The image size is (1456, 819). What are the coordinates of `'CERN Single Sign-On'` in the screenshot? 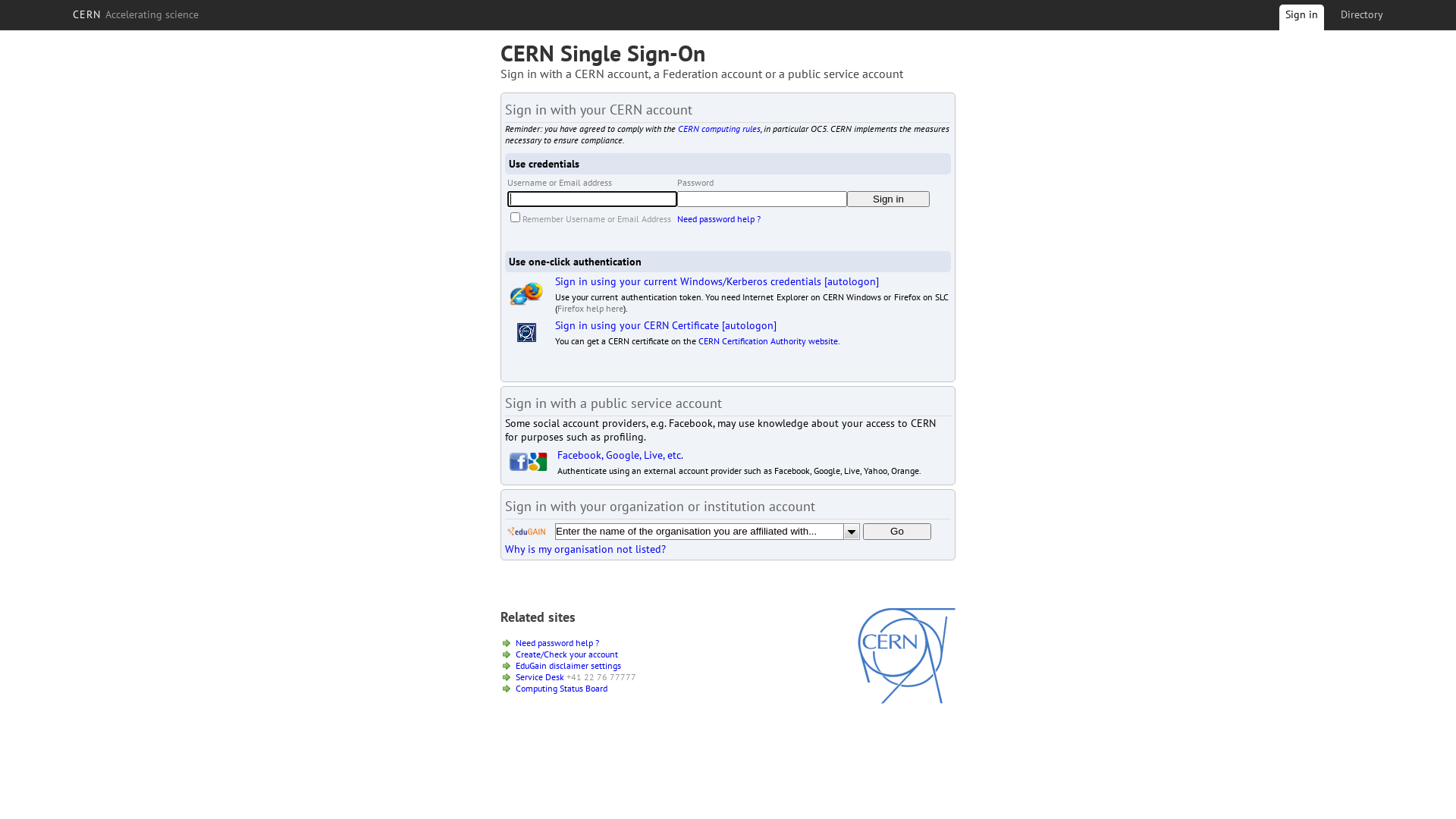 It's located at (602, 52).